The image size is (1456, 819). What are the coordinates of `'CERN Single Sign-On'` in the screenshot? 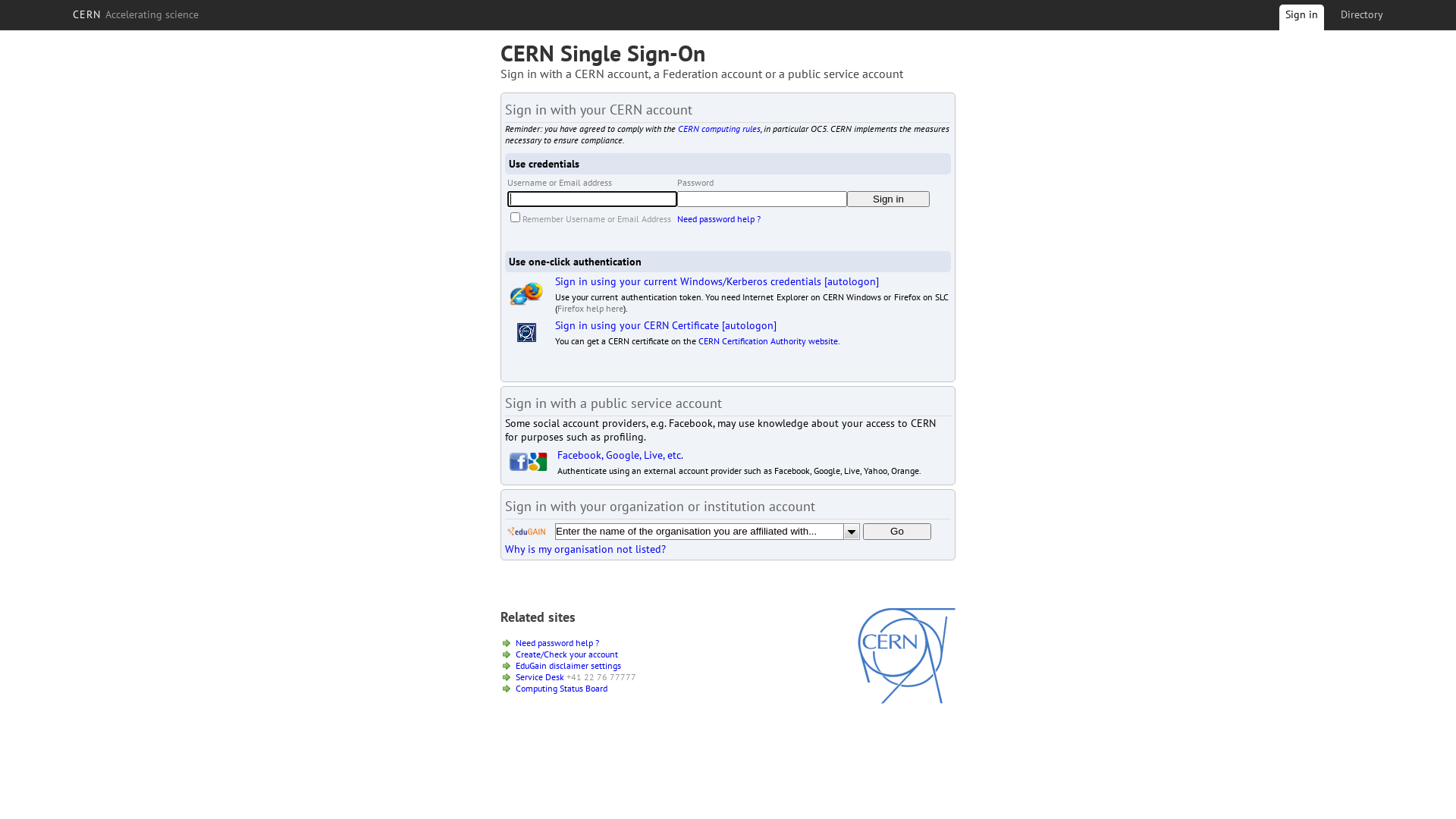 It's located at (602, 52).